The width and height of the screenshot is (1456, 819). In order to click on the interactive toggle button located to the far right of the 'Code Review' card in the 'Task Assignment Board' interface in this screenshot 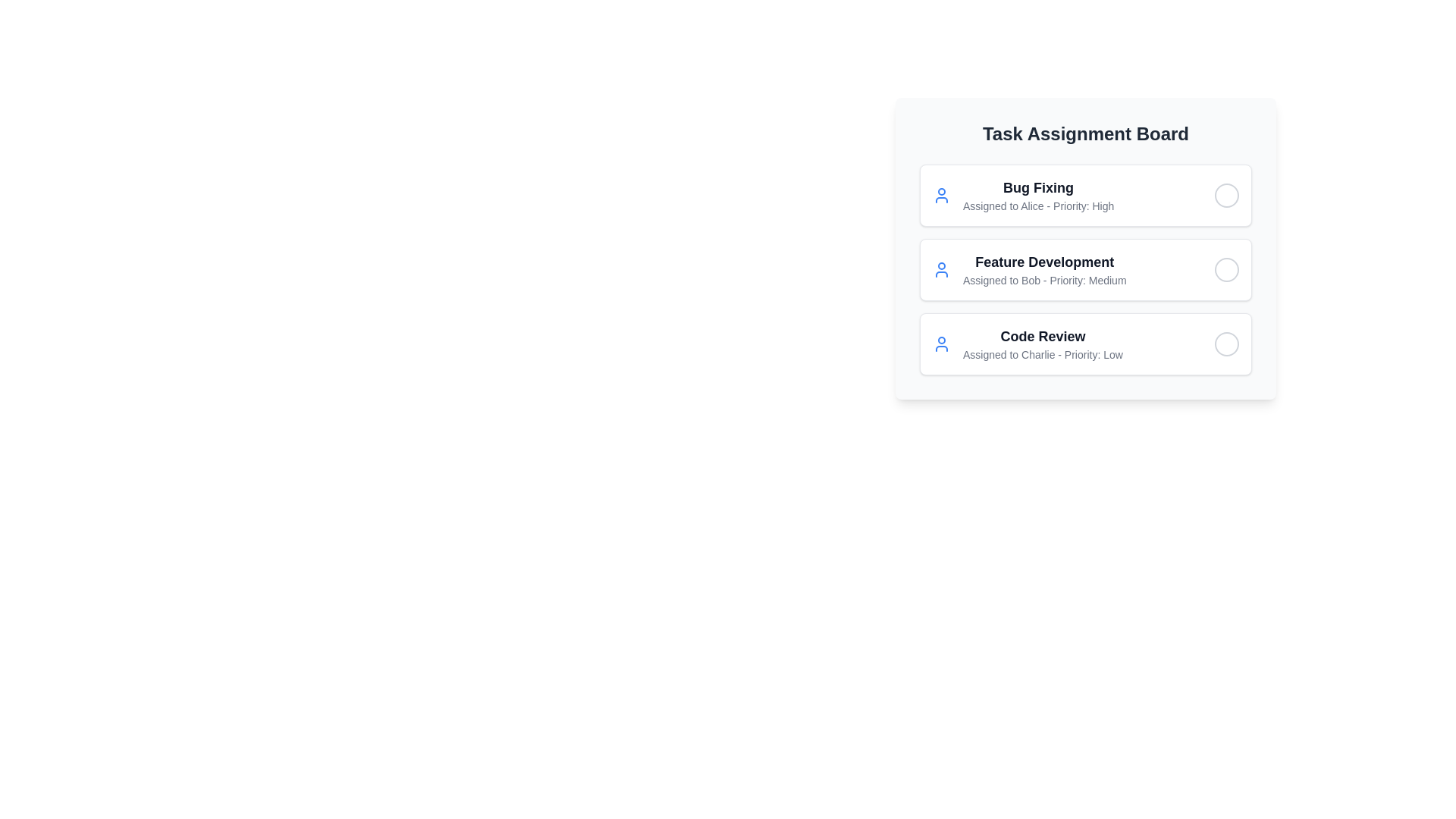, I will do `click(1226, 344)`.